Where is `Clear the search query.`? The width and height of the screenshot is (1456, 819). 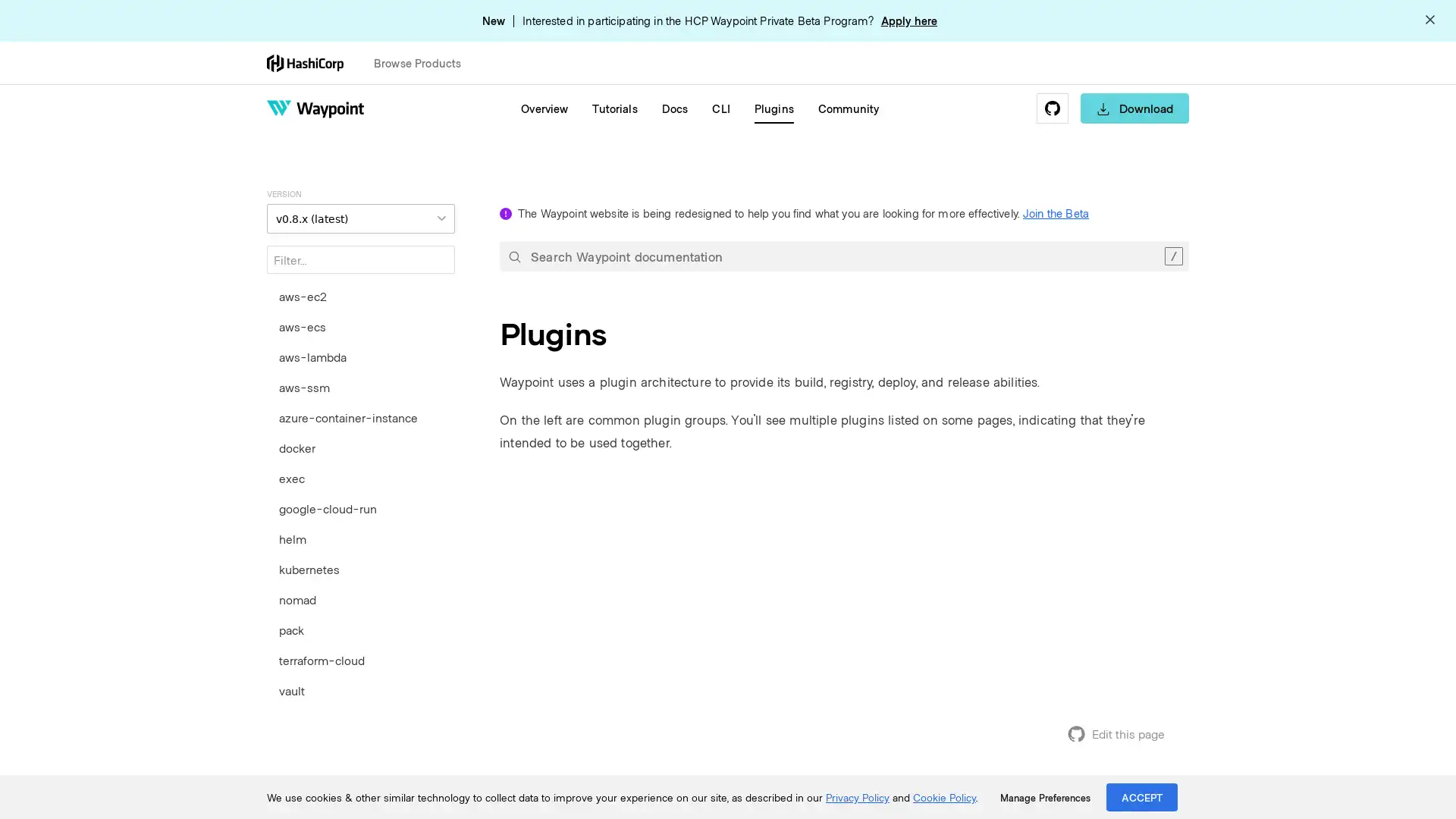
Clear the search query. is located at coordinates (1172, 256).